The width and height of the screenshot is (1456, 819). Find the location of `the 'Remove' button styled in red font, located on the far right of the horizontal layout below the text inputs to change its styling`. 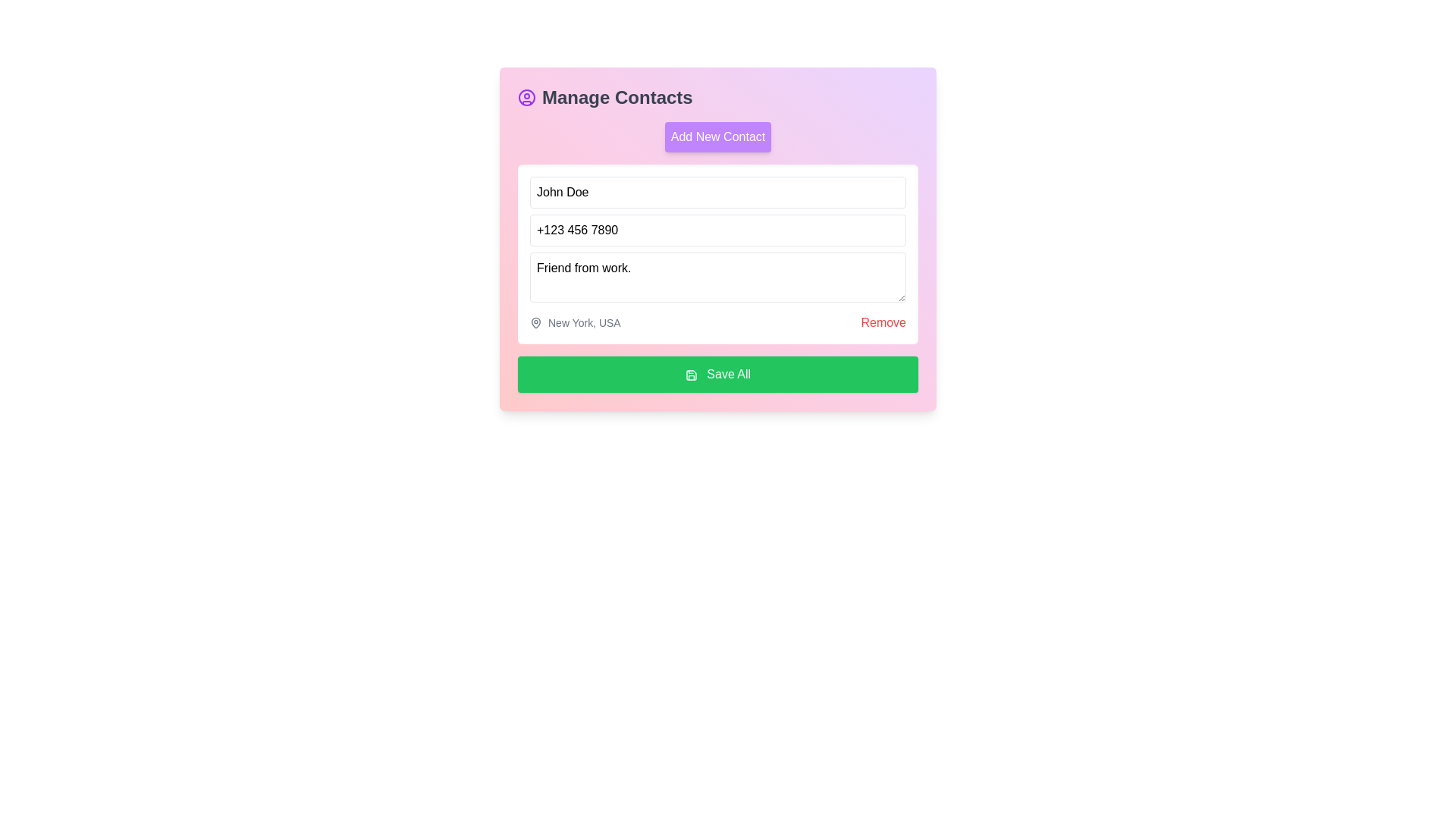

the 'Remove' button styled in red font, located on the far right of the horizontal layout below the text inputs to change its styling is located at coordinates (883, 322).